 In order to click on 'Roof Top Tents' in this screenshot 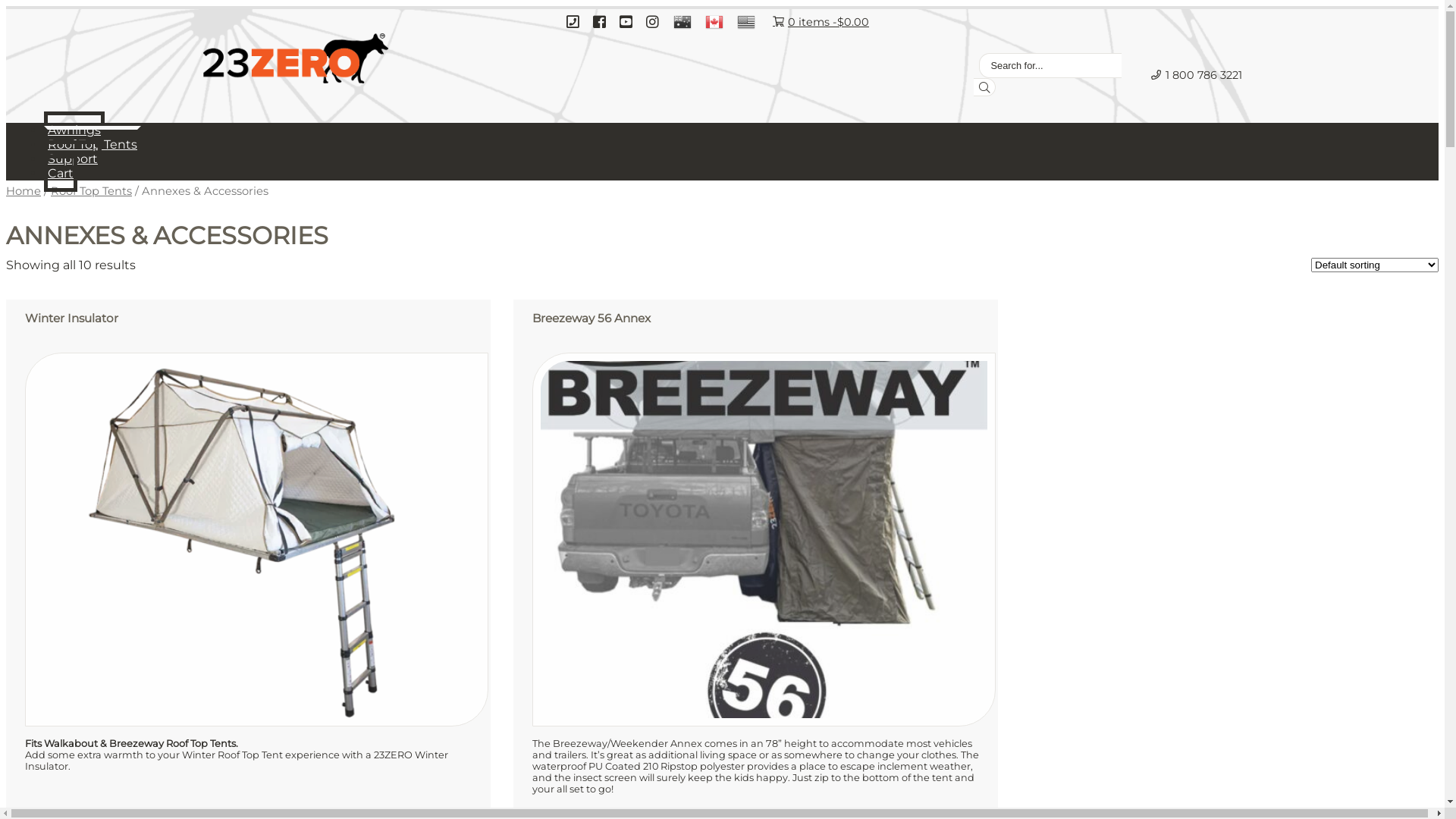, I will do `click(90, 190)`.